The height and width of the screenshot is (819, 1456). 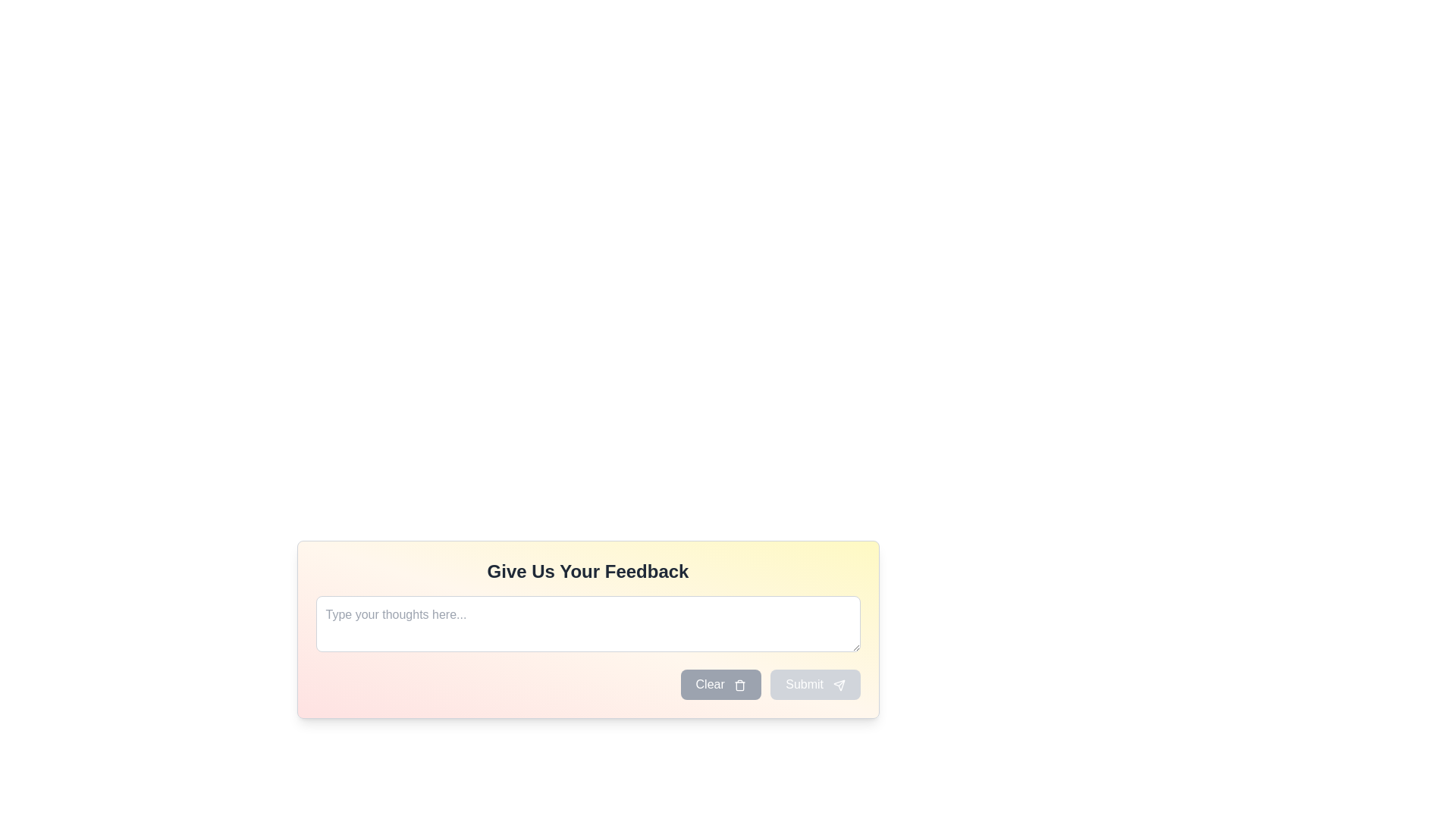 I want to click on graphical icon segment resembling a paper airplane, which is part of the 'Submit' button in the bottom-right corner of the interface, so click(x=838, y=685).